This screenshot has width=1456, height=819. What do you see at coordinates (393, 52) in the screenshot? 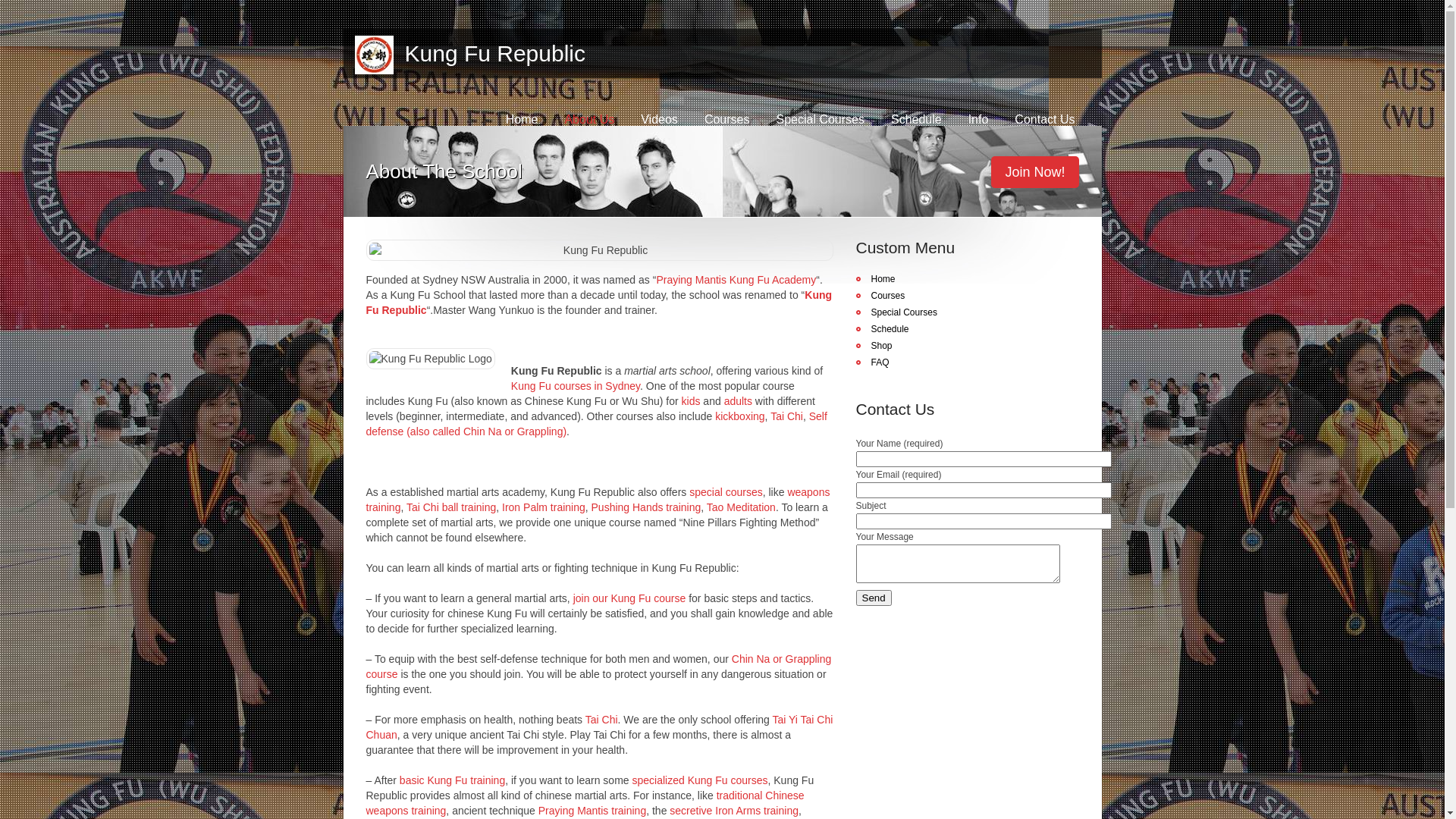
I see `'Kung Fu Republic'` at bounding box center [393, 52].